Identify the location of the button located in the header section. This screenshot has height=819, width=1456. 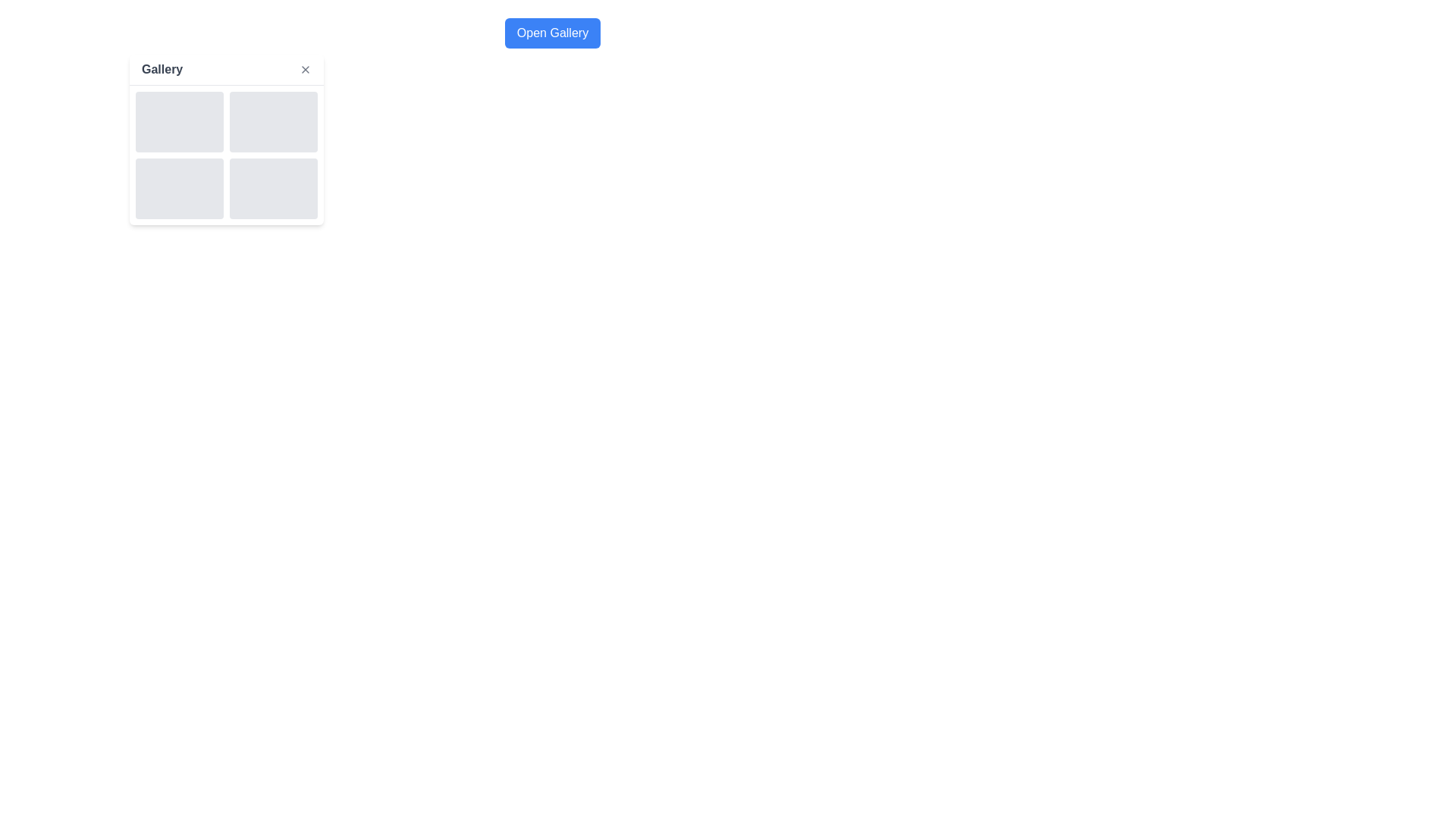
(552, 33).